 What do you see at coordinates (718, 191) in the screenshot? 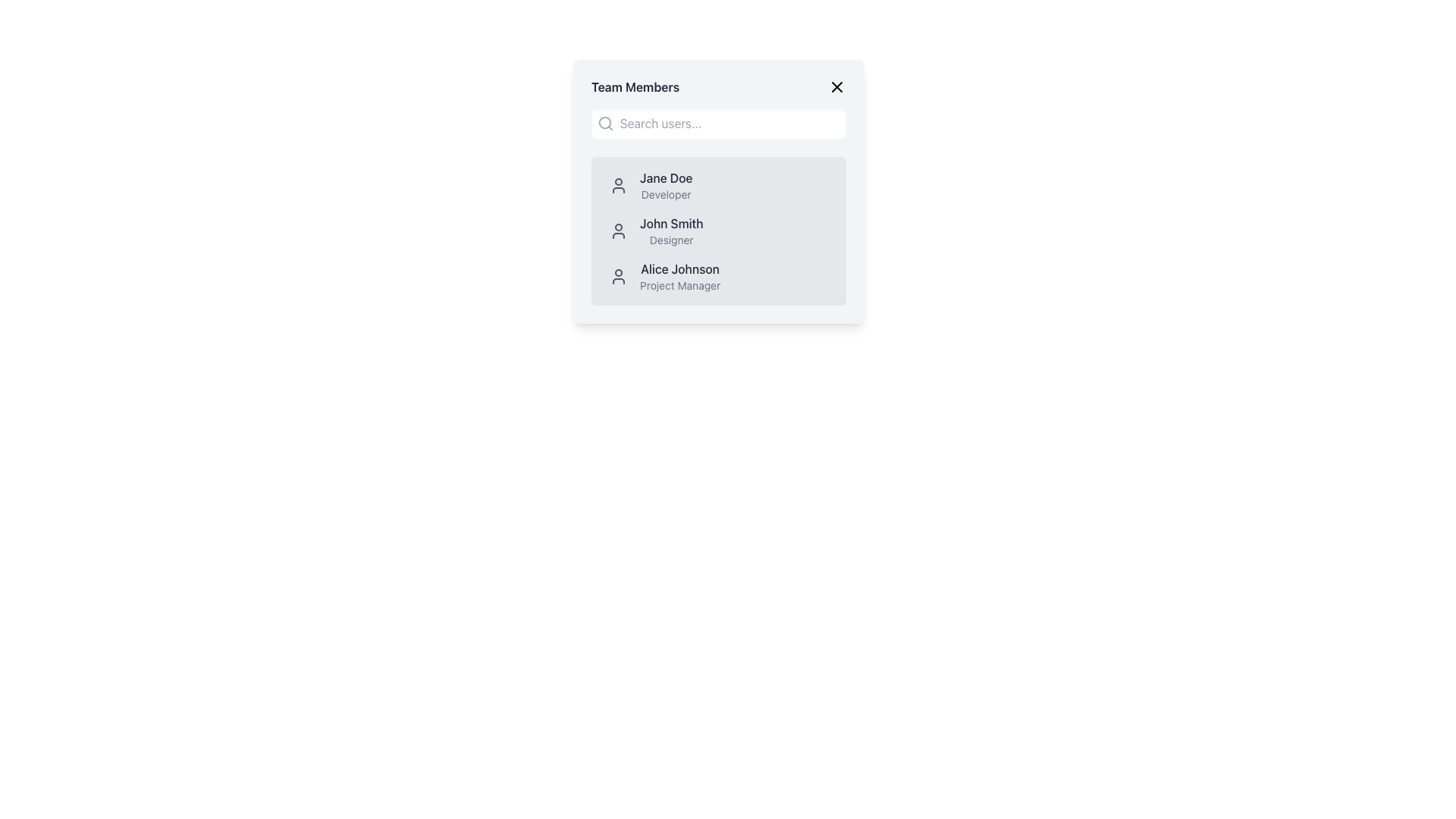
I see `the team members display section located centrally within the modal dialog box, below the 'Team Members' title and the search bar, for potential actions` at bounding box center [718, 191].